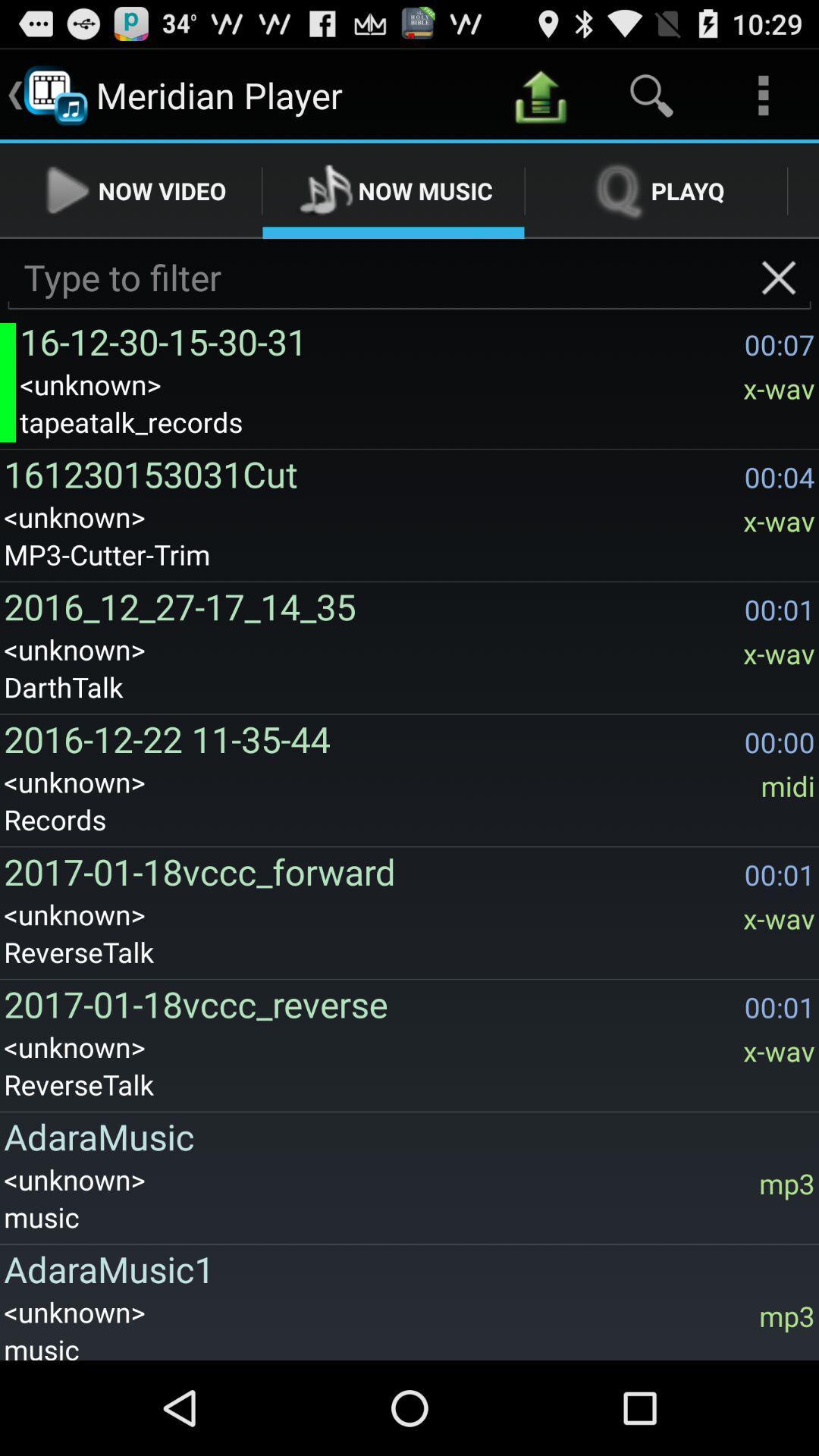 This screenshot has height=1456, width=819. Describe the element at coordinates (409, 686) in the screenshot. I see `the item above the 2016 12 22 app` at that location.